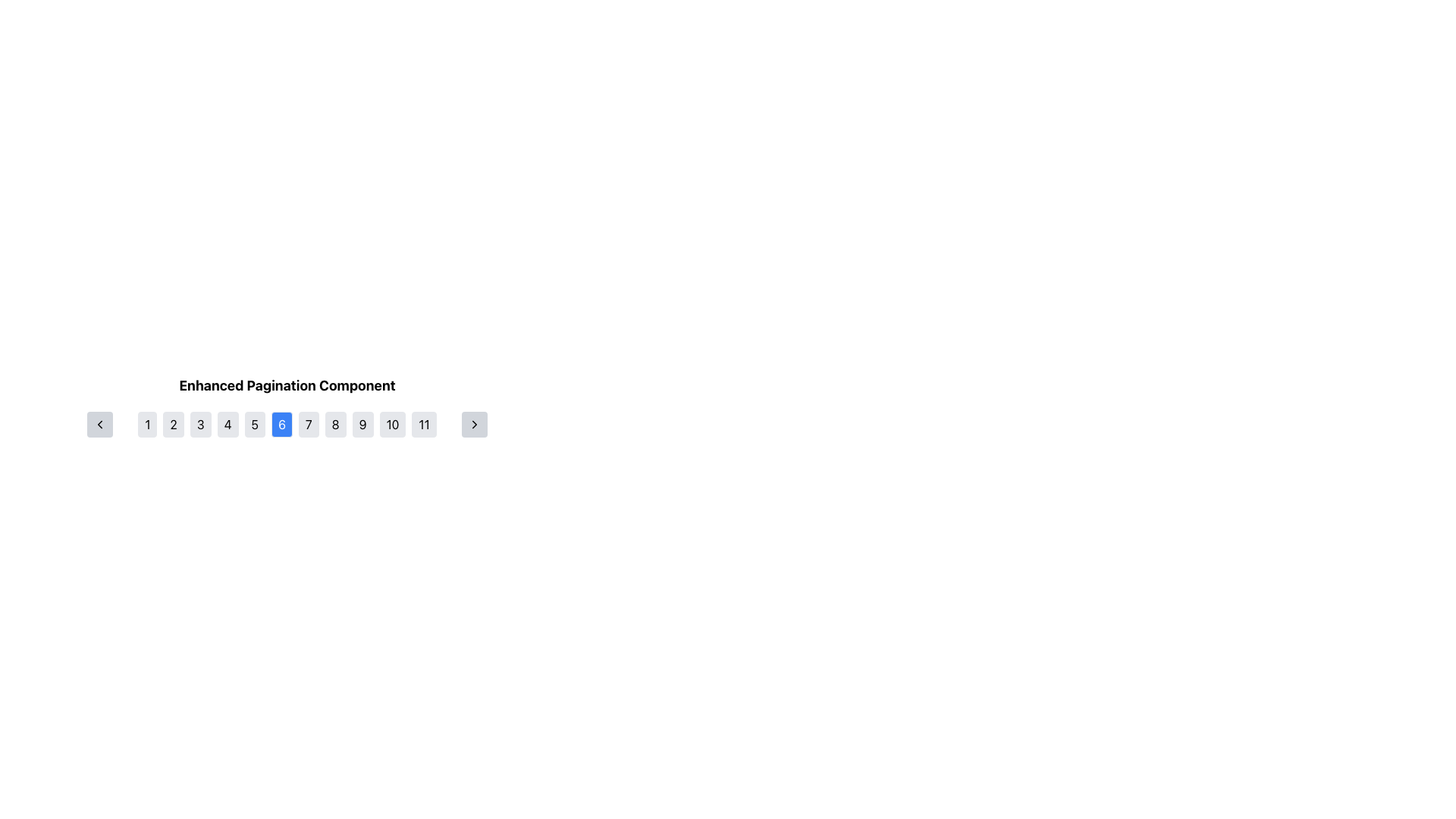  What do you see at coordinates (99, 424) in the screenshot?
I see `the previous page button located at the leftmost side of the pagination bar` at bounding box center [99, 424].